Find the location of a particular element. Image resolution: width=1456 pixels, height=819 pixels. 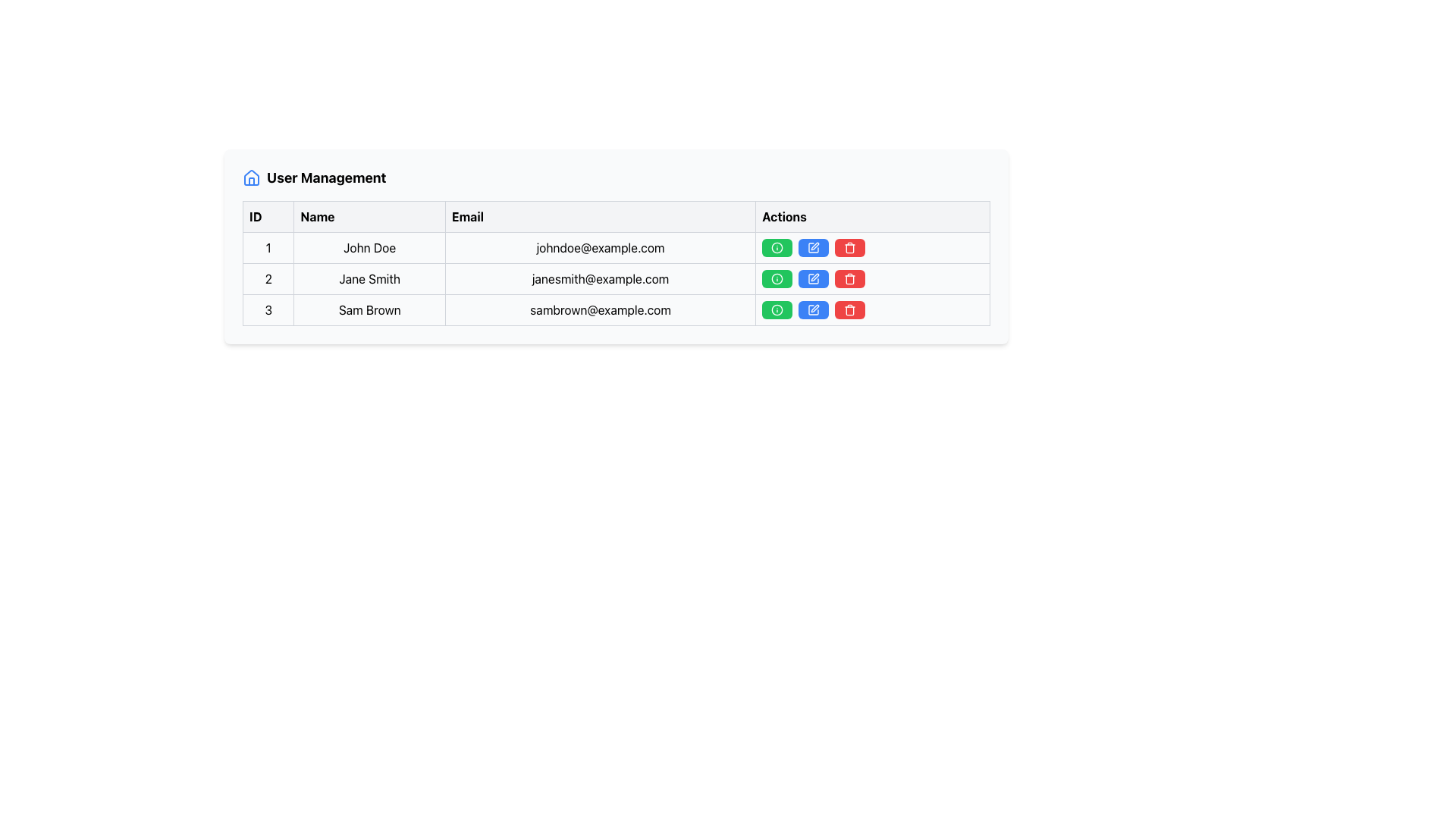

the red delete button in the Actions column of the second row for the user 'Jane Smith' is located at coordinates (873, 278).